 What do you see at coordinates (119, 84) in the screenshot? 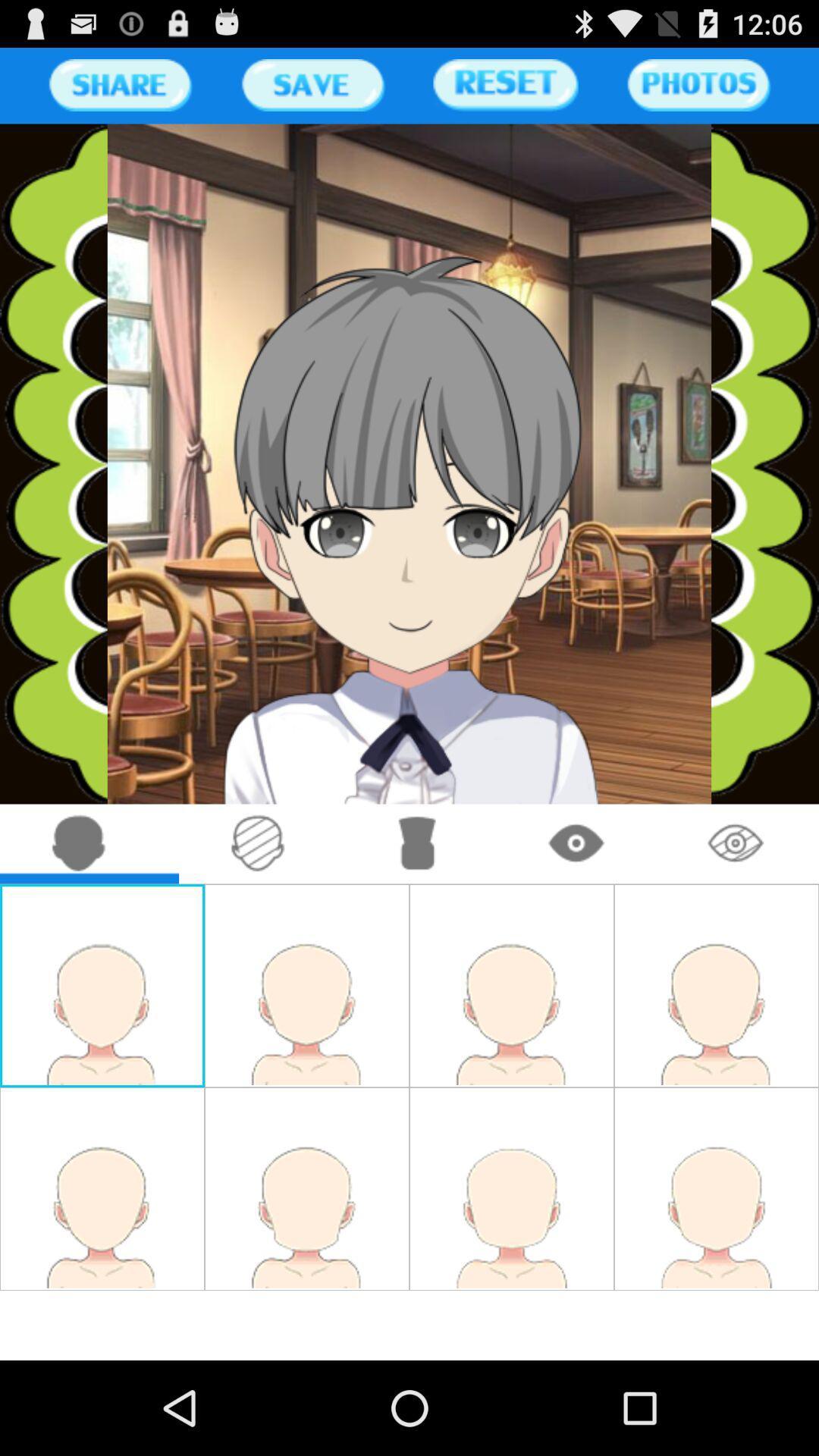
I see `share the page` at bounding box center [119, 84].